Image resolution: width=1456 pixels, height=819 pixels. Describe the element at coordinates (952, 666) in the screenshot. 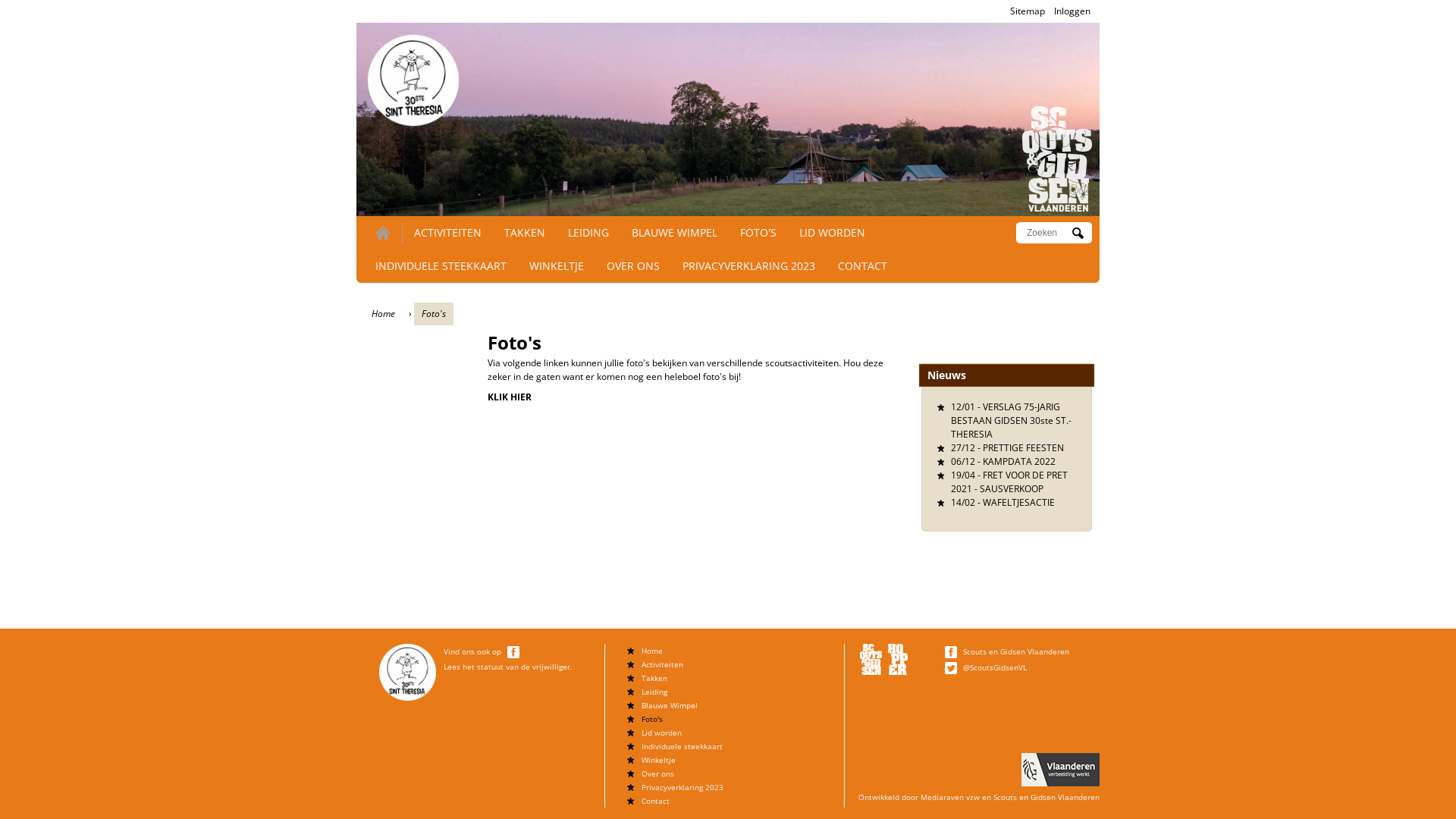

I see `'Scouts & Gidsen Vlaanderen op Twitter'` at that location.